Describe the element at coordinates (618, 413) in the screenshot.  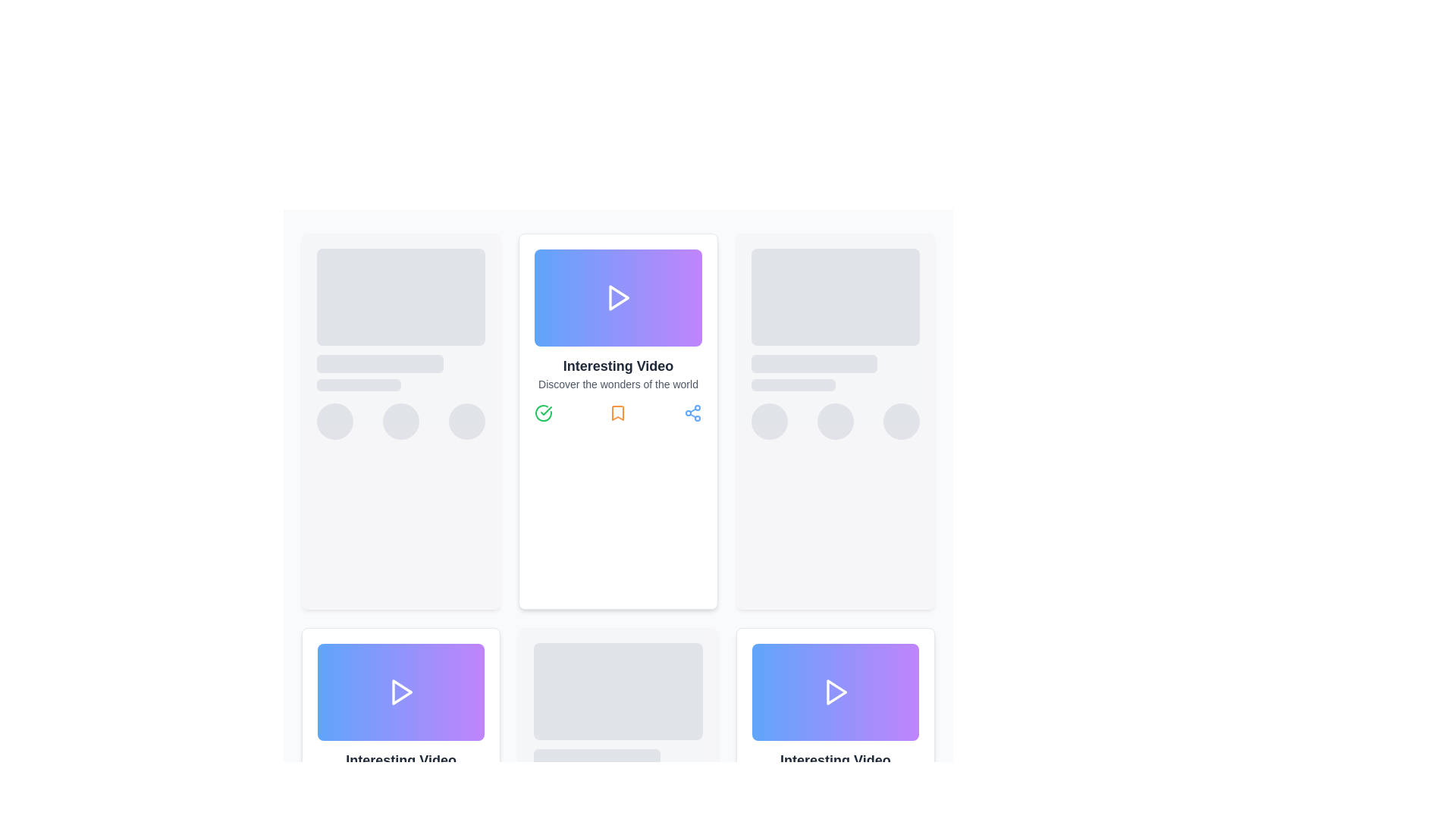
I see `the bookmark icon located below the 'Interesting Video' title and above the share icon` at that location.